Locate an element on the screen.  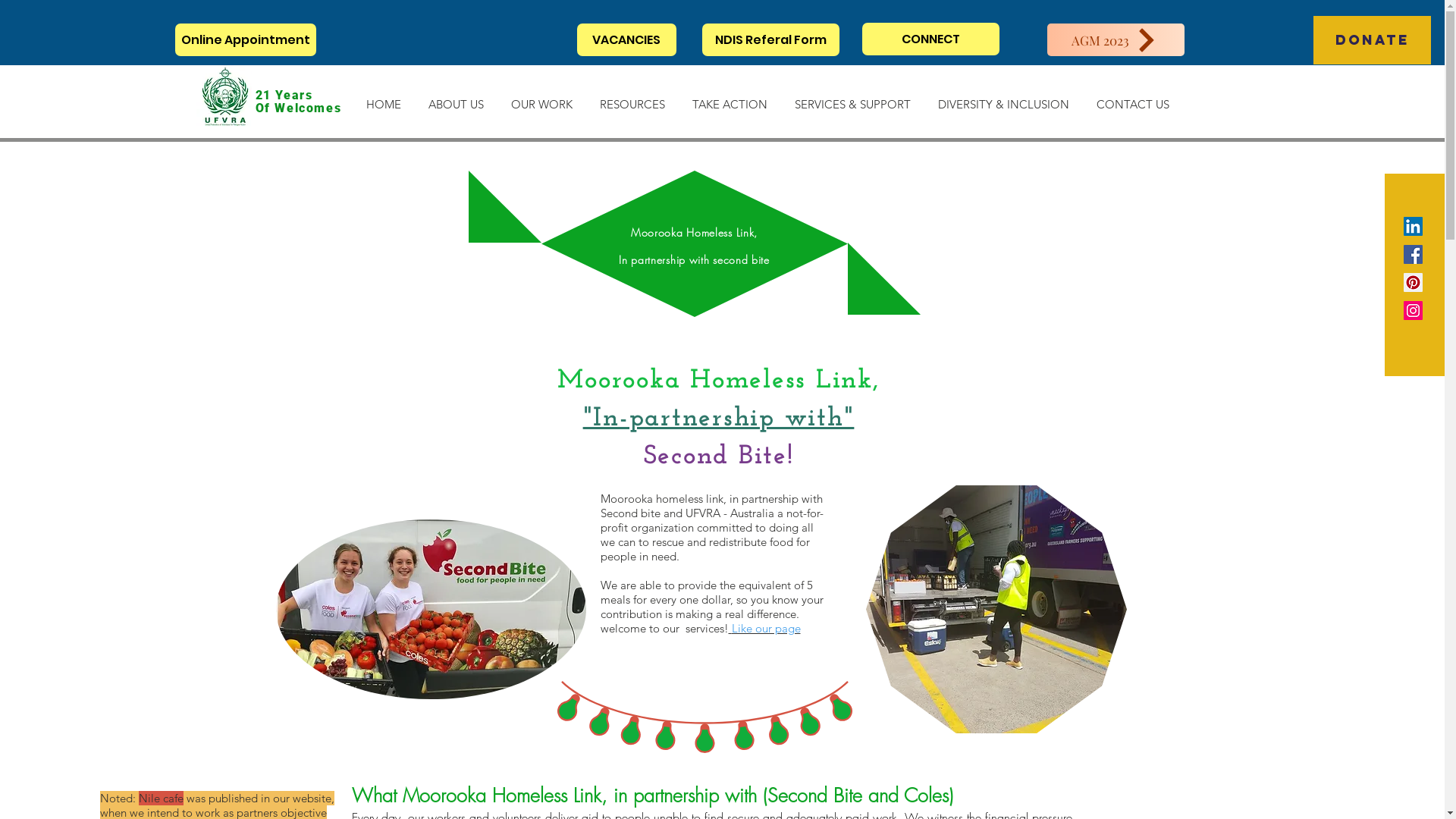
'RESOURCES' is located at coordinates (632, 97).